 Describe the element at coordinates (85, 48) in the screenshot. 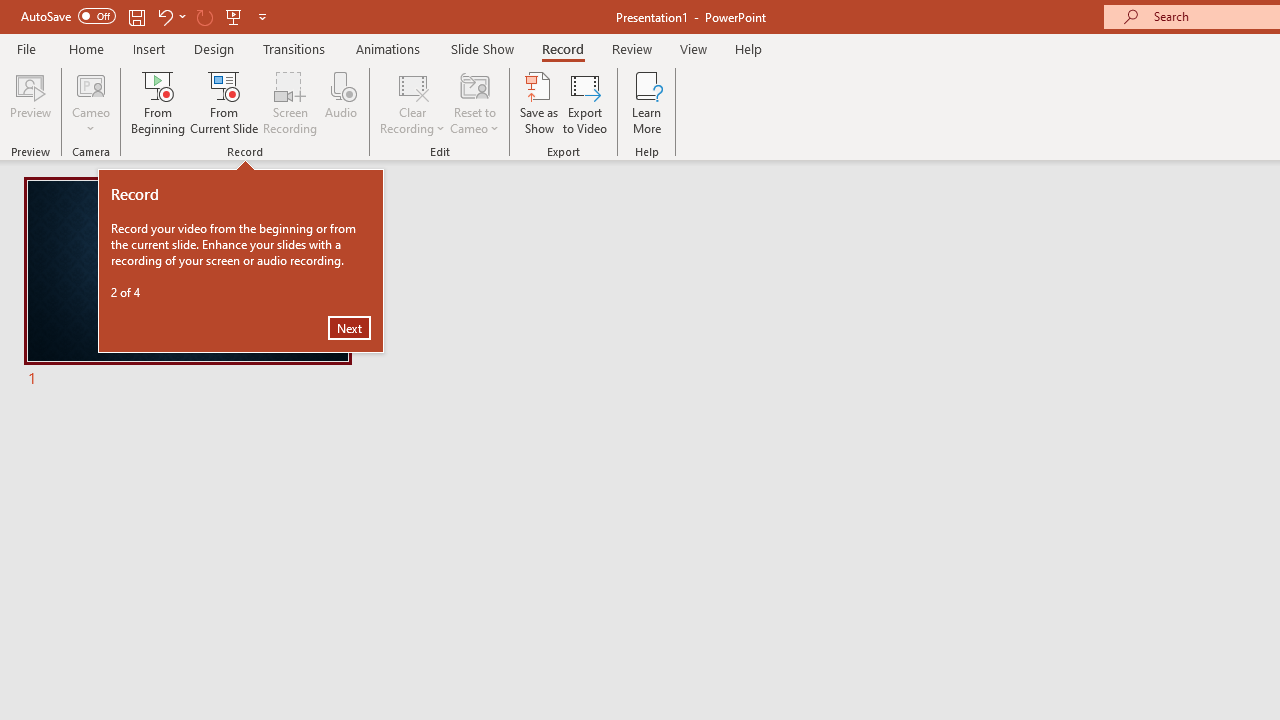

I see `'Home'` at that location.